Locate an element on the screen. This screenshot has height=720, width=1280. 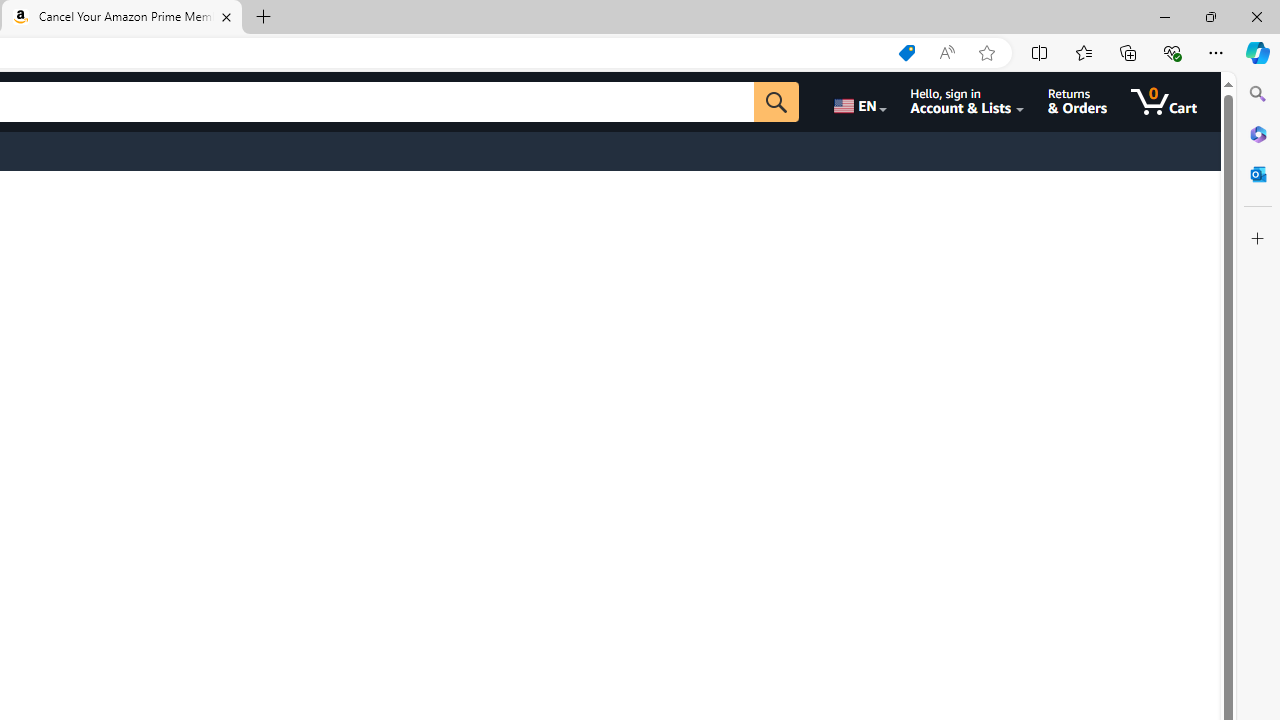
'Returns & Orders' is located at coordinates (1076, 101).